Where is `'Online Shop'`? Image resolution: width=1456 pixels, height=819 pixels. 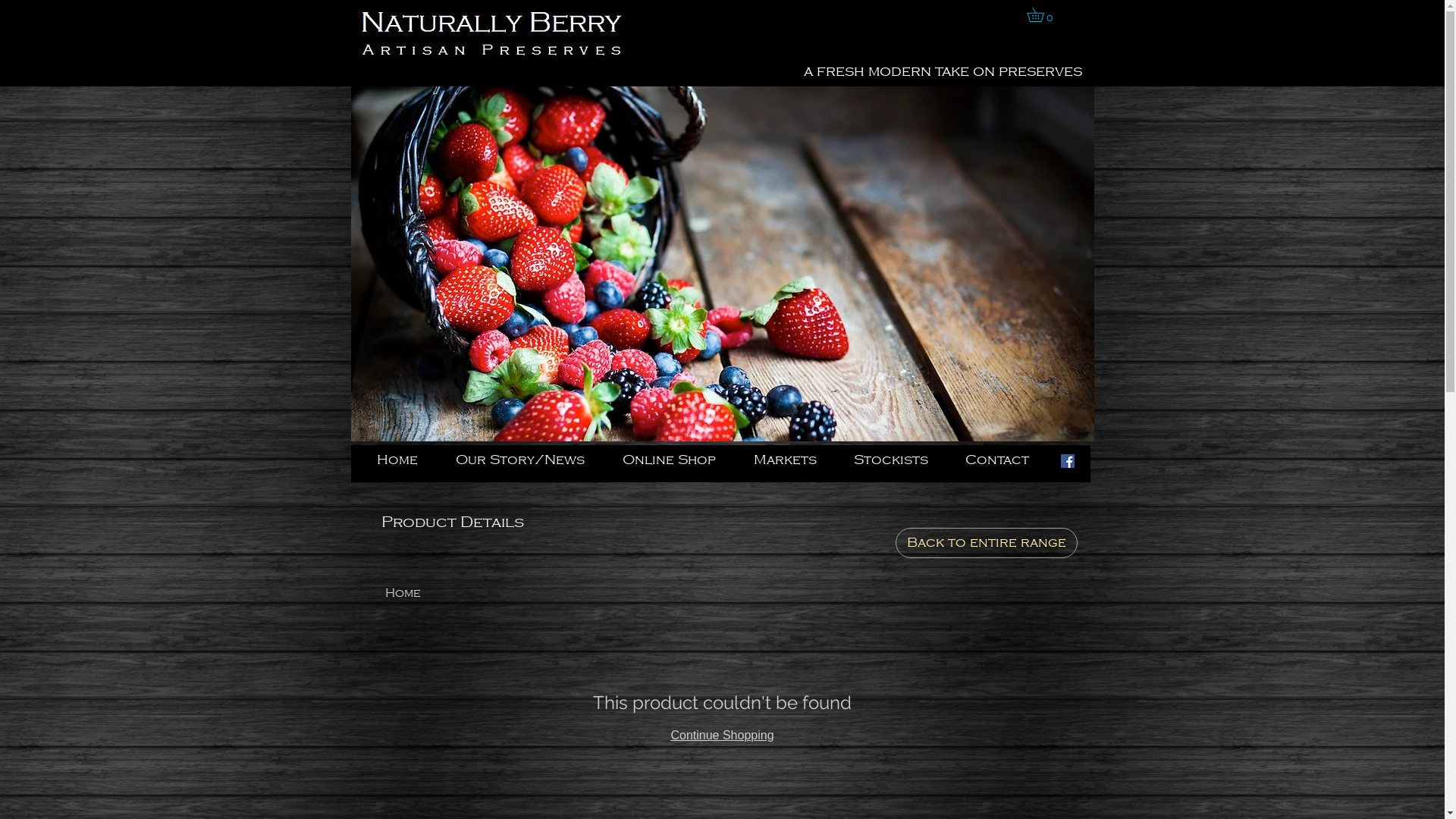 'Online Shop' is located at coordinates (676, 459).